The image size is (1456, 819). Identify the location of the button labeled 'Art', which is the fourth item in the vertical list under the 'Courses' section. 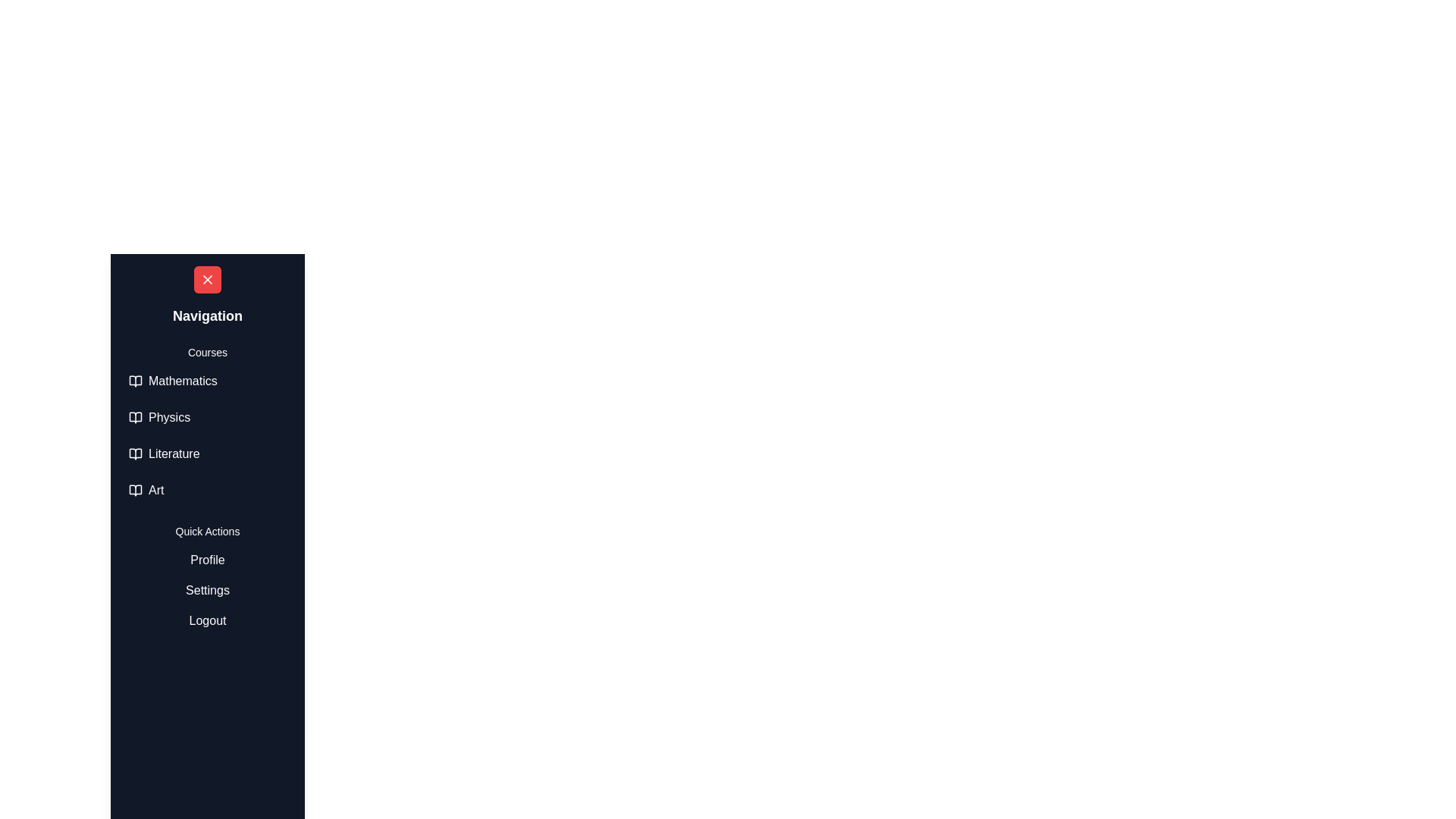
(206, 491).